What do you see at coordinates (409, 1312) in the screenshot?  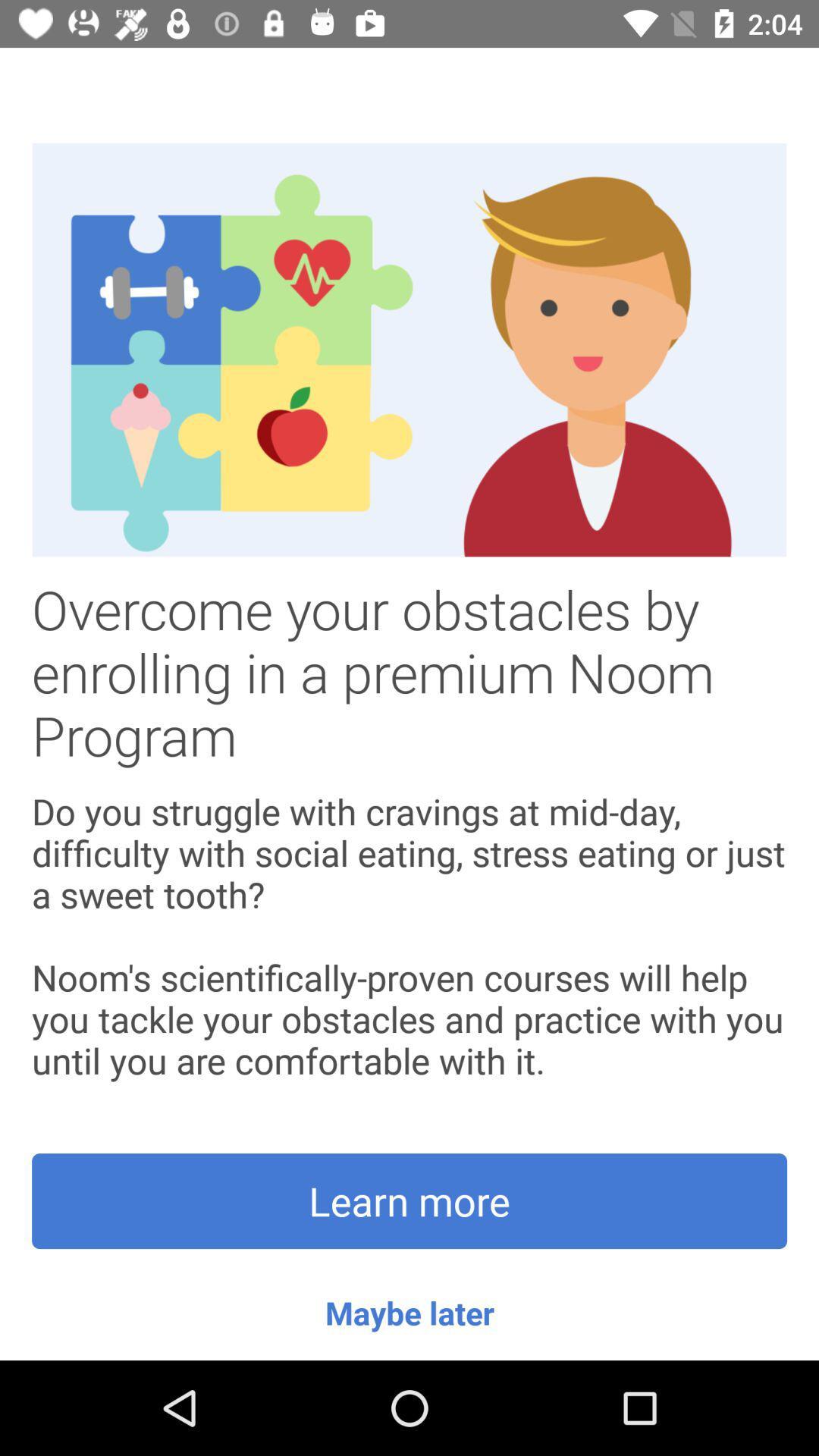 I see `maybe later icon` at bounding box center [409, 1312].